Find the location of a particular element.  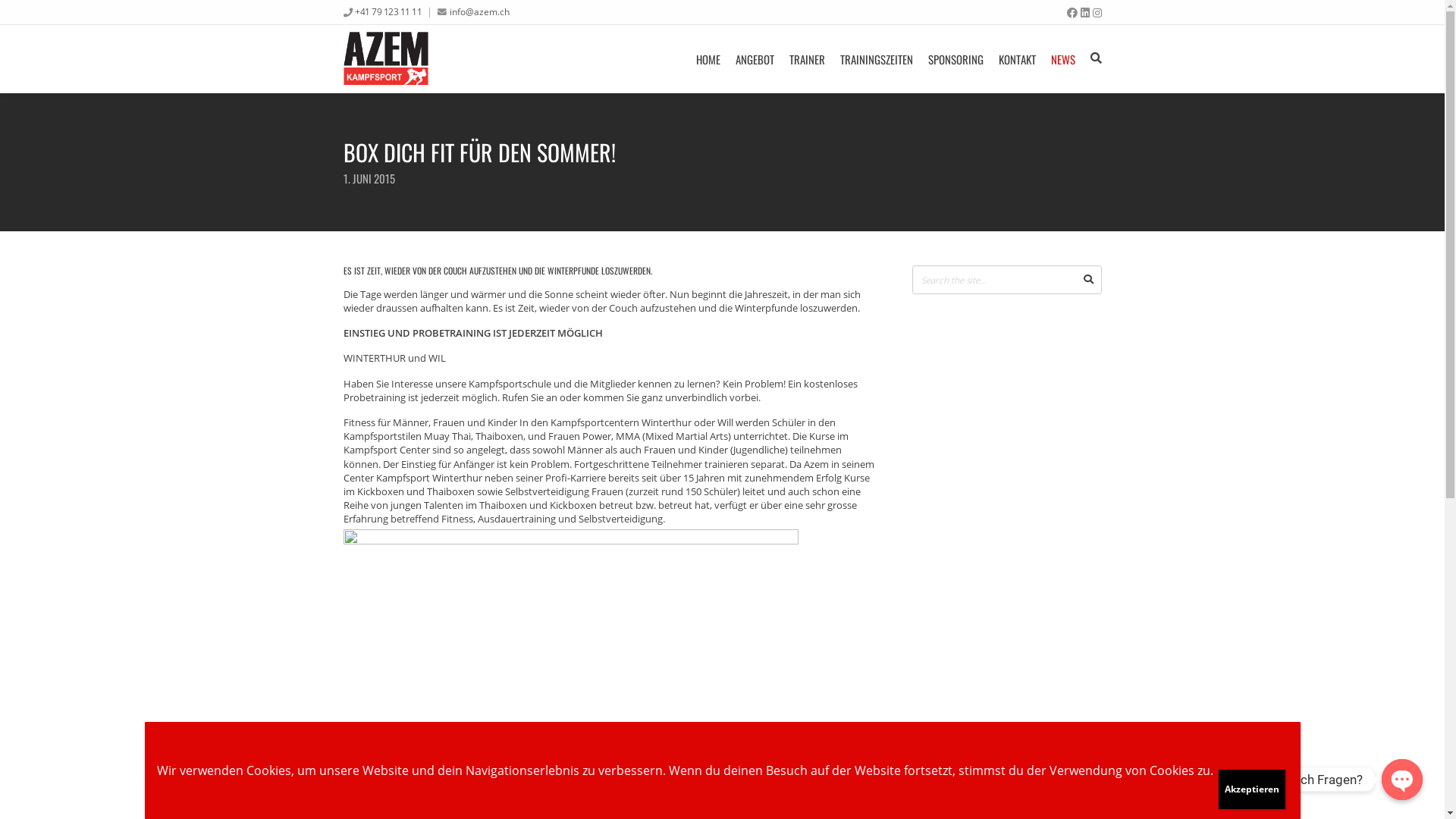

'Facebook' is located at coordinates (1070, 12).